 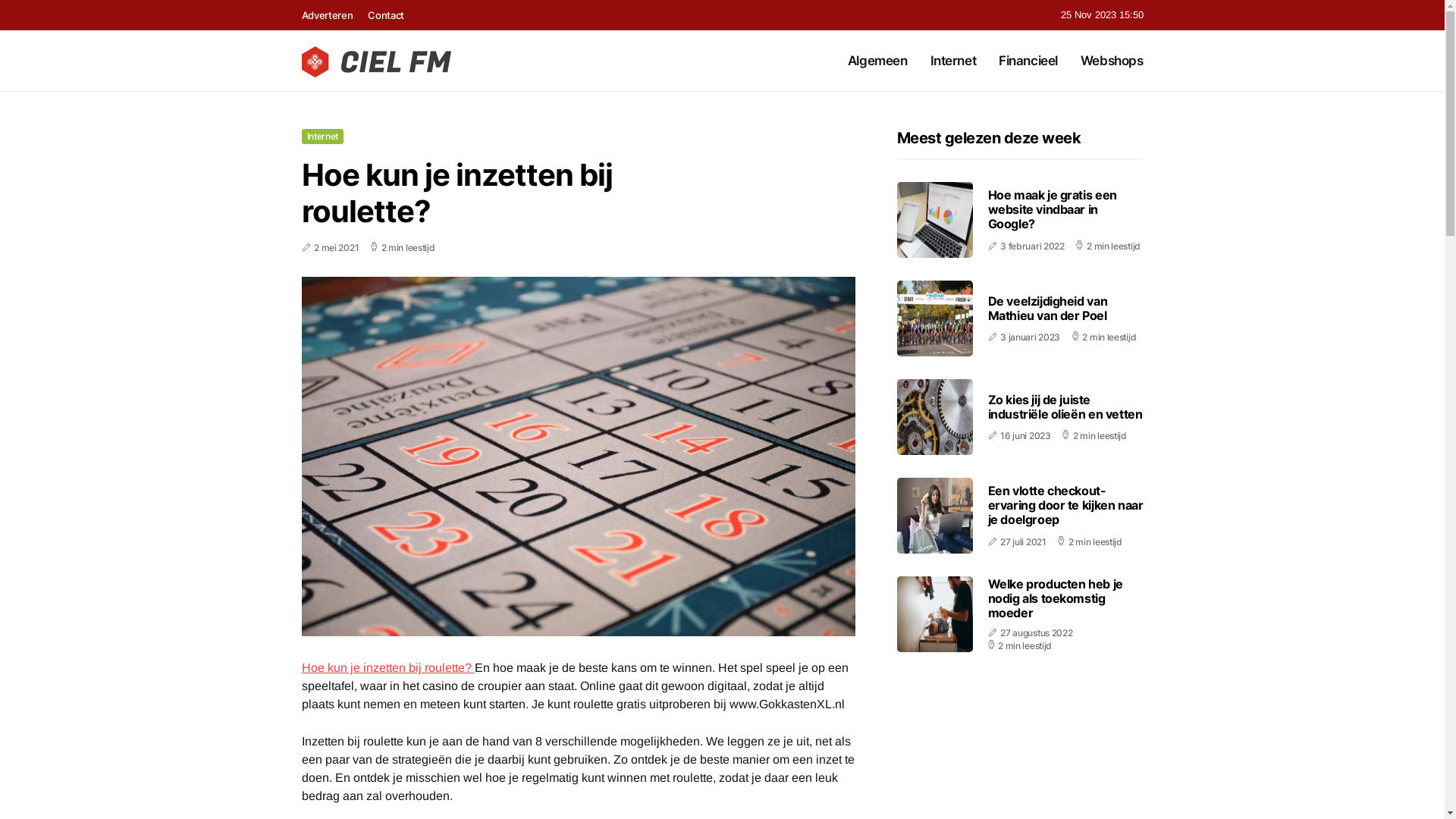 I want to click on 'Hoe maak je gratis een website vindbaar in Google?', so click(x=1051, y=209).